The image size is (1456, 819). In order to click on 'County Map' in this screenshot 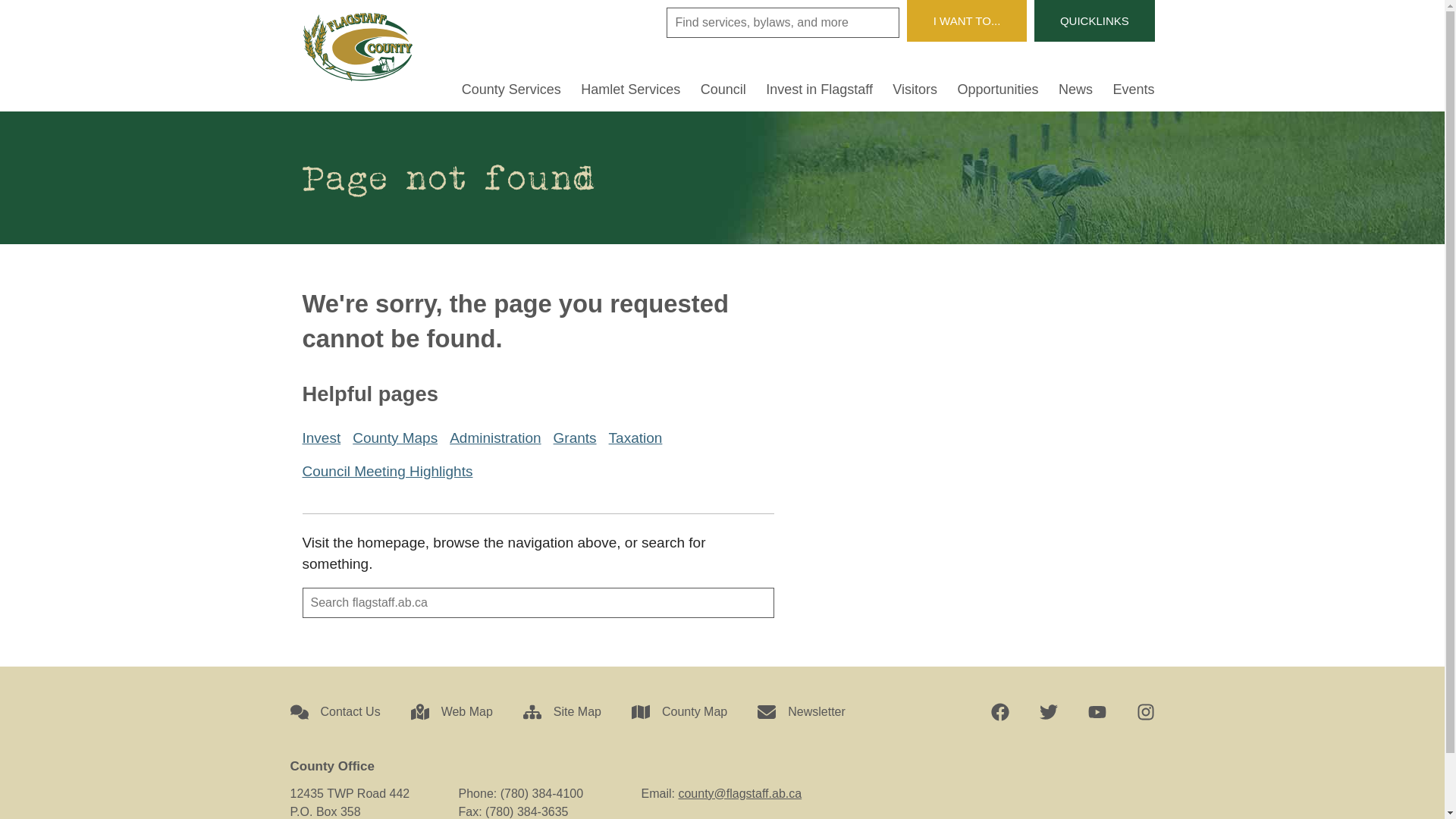, I will do `click(632, 711)`.